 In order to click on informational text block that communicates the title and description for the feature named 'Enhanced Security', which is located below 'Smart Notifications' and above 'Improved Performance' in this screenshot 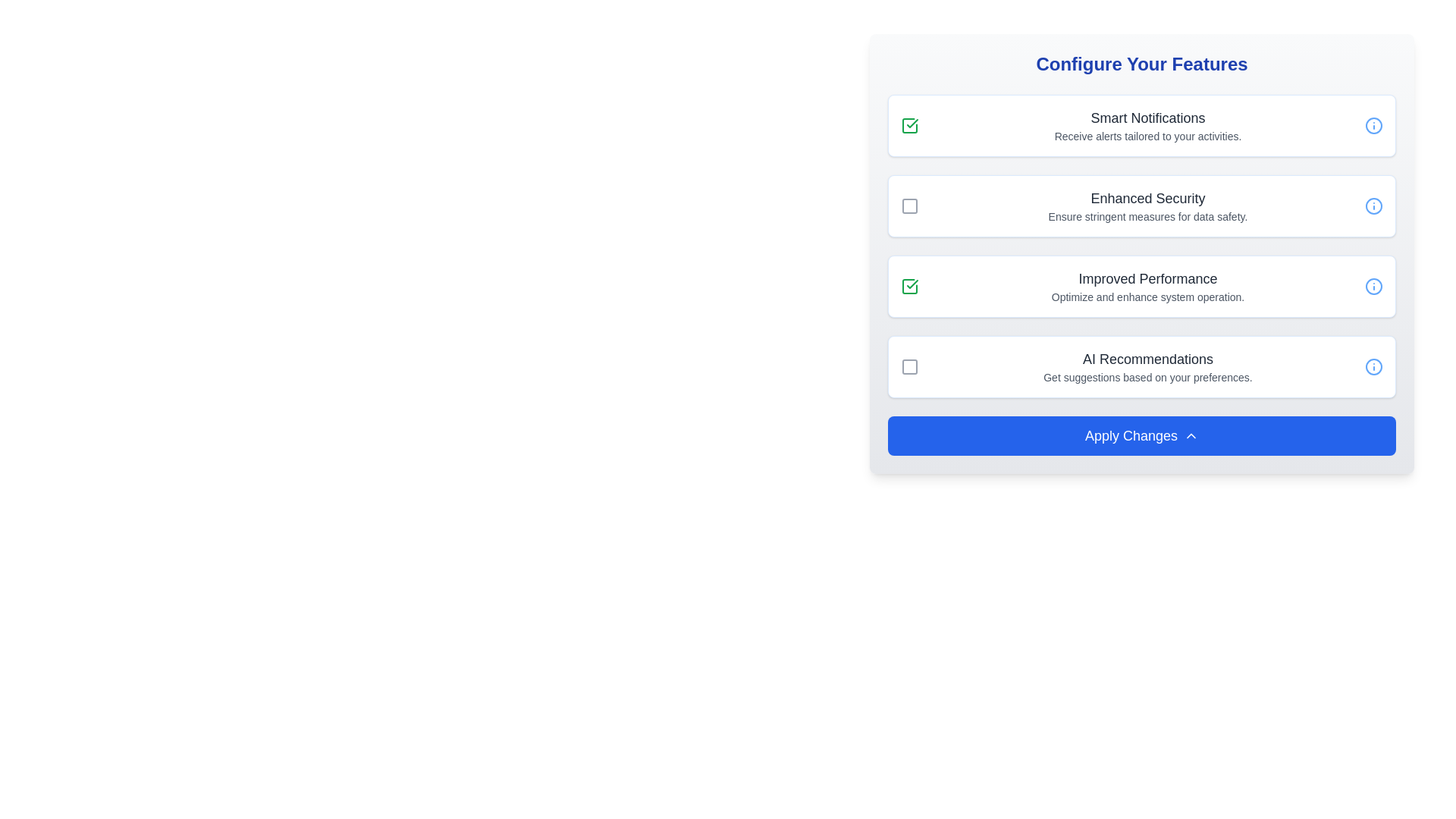, I will do `click(1147, 206)`.